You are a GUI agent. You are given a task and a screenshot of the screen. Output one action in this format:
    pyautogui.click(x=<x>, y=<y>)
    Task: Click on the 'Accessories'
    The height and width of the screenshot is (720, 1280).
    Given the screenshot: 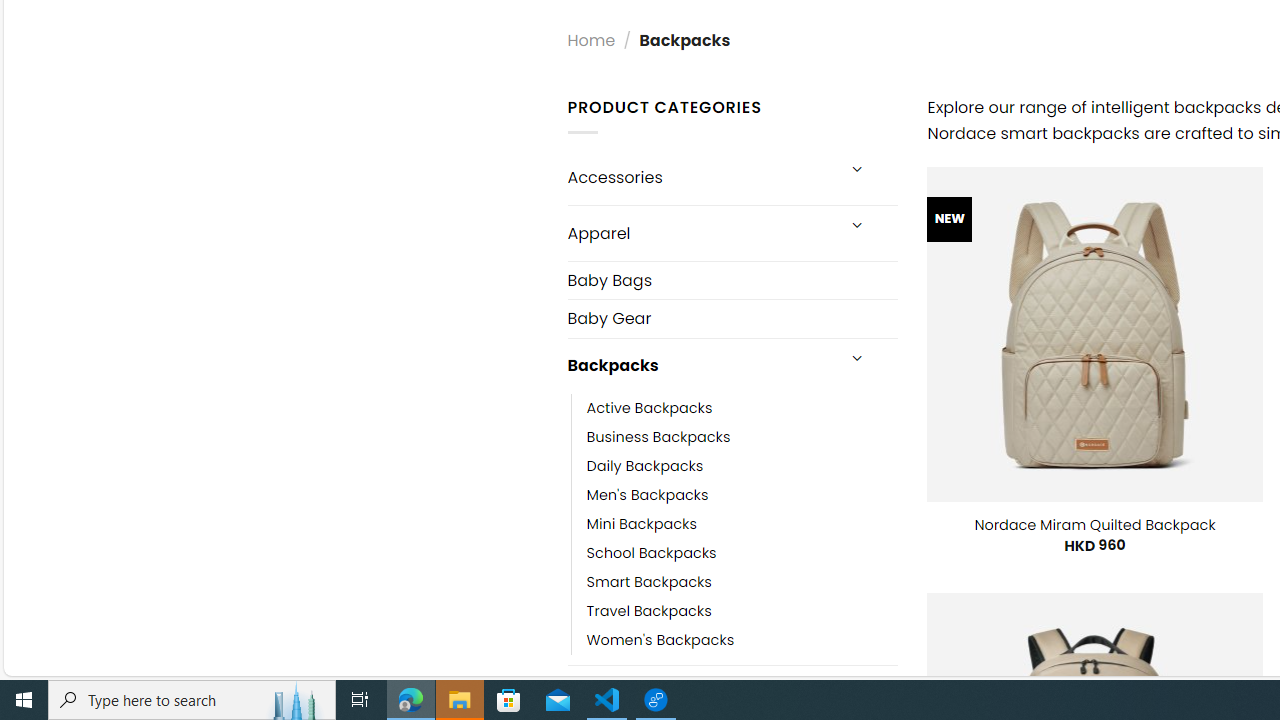 What is the action you would take?
    pyautogui.click(x=700, y=176)
    